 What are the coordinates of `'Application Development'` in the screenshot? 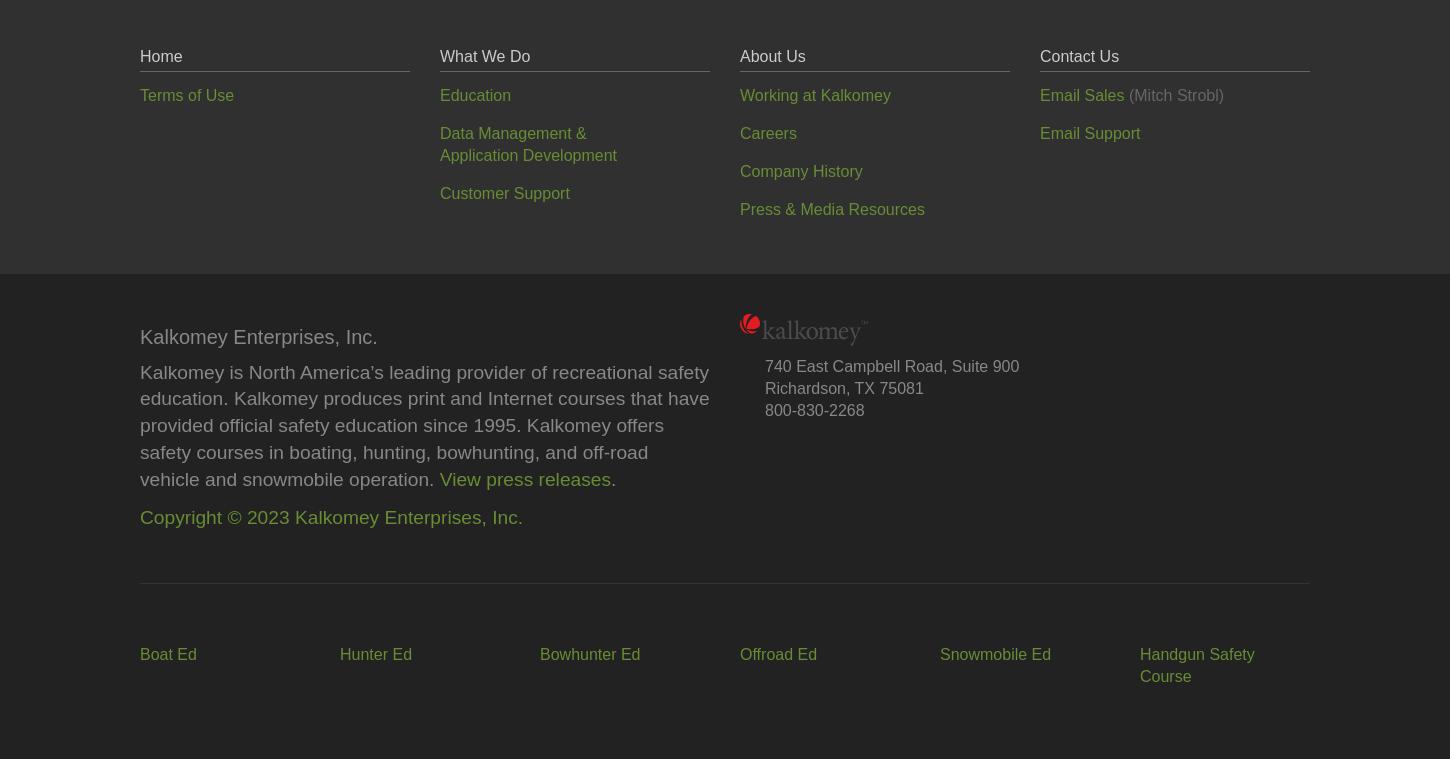 It's located at (528, 154).